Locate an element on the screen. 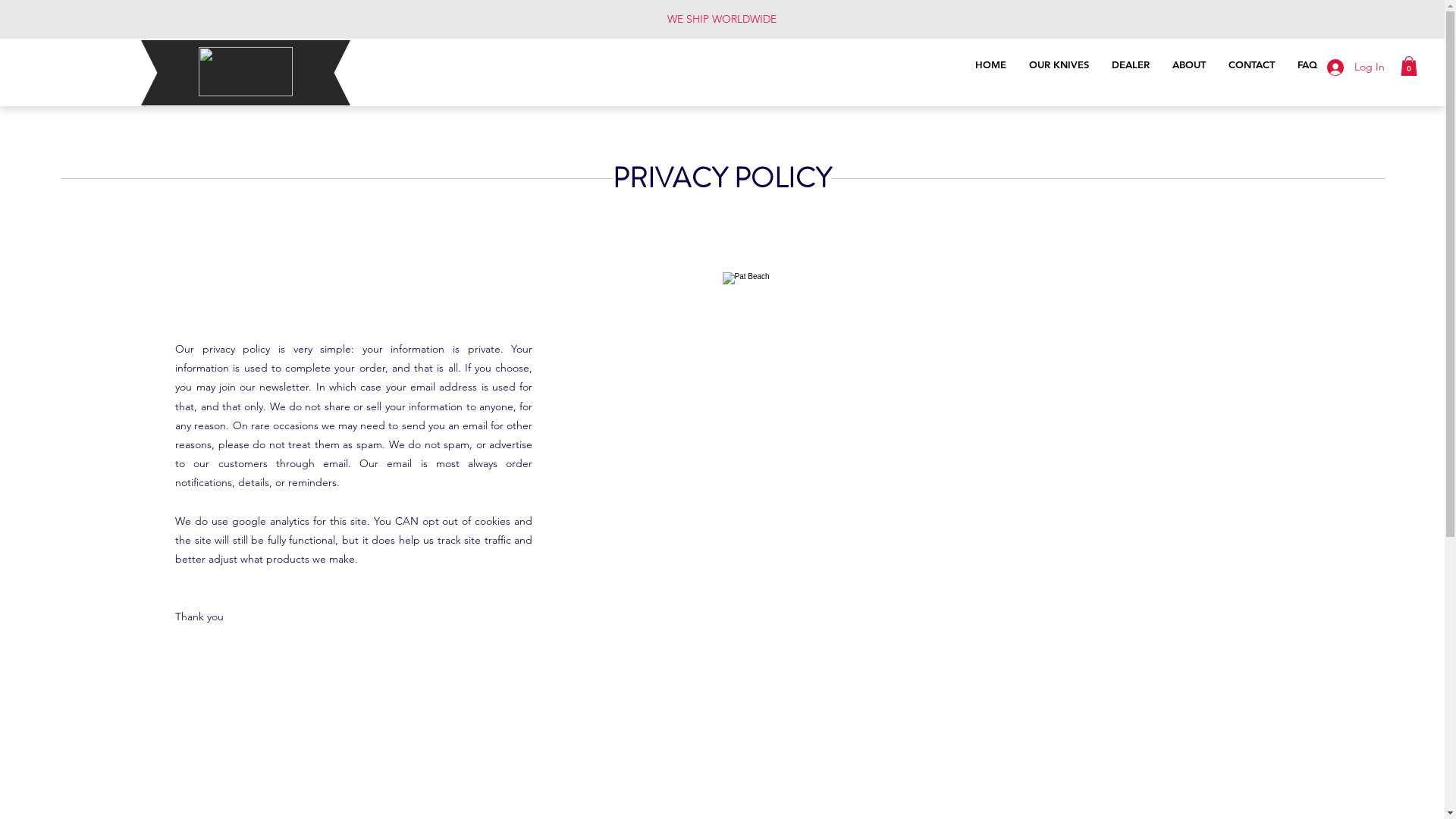 Image resolution: width=1456 pixels, height=819 pixels. 'OUR KNIVES' is located at coordinates (1058, 67).